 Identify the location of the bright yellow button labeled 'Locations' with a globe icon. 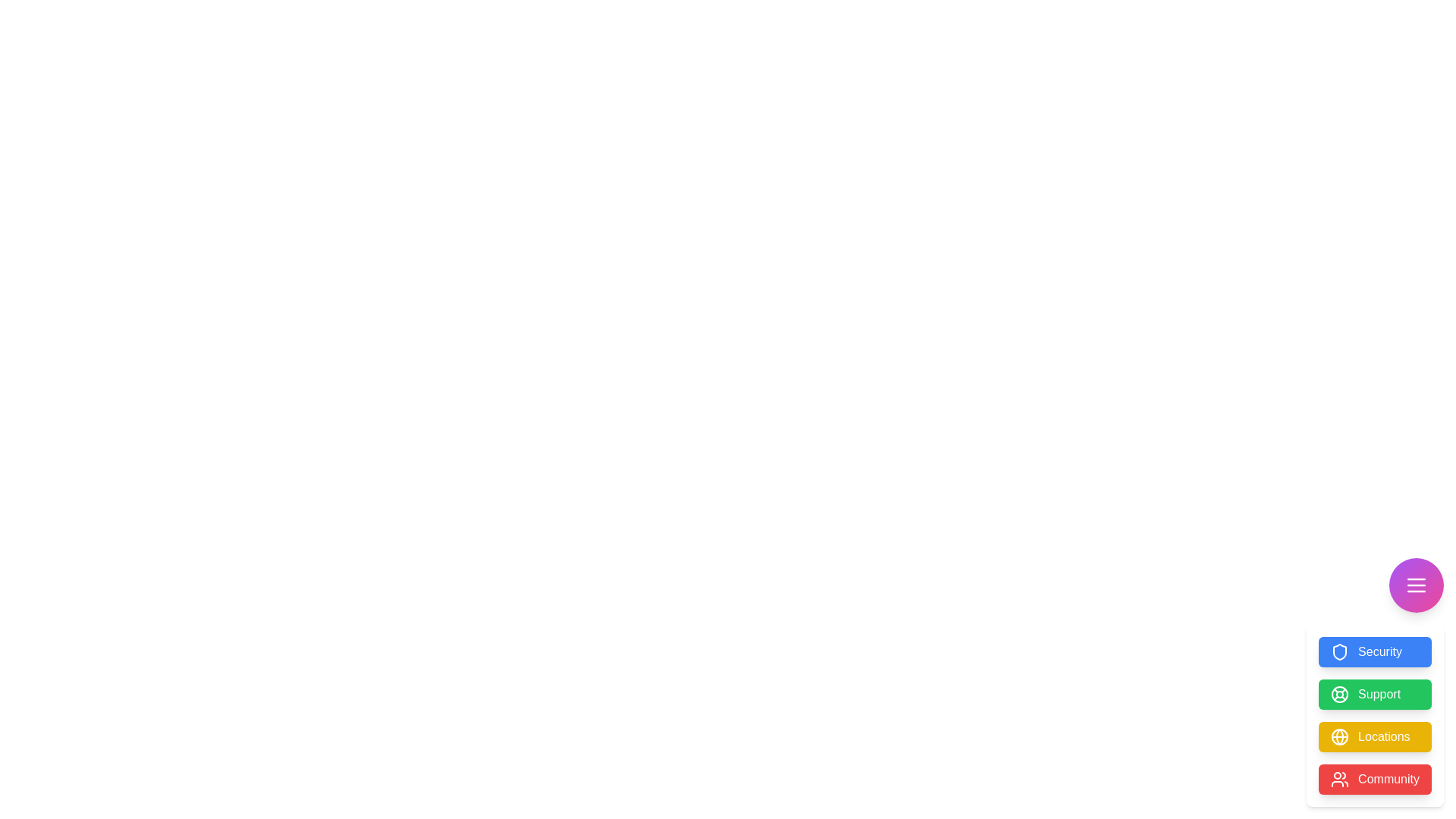
(1375, 716).